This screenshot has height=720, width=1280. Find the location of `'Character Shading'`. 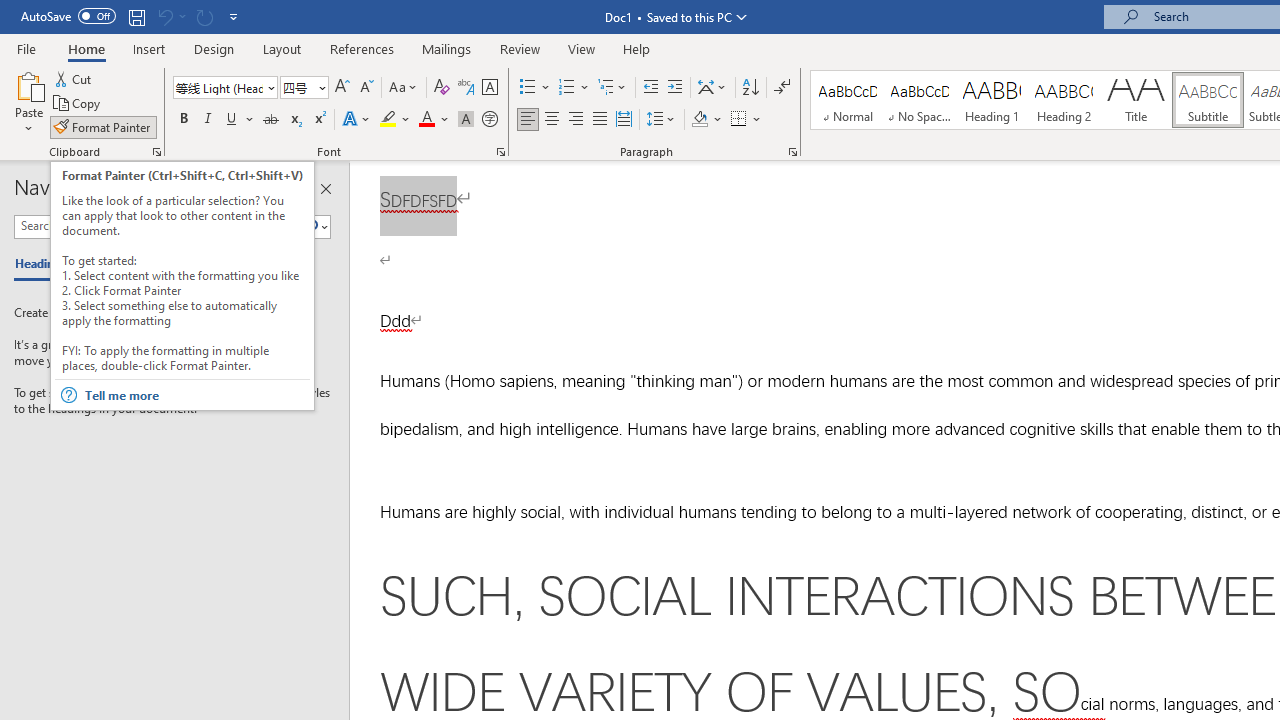

'Character Shading' is located at coordinates (464, 119).